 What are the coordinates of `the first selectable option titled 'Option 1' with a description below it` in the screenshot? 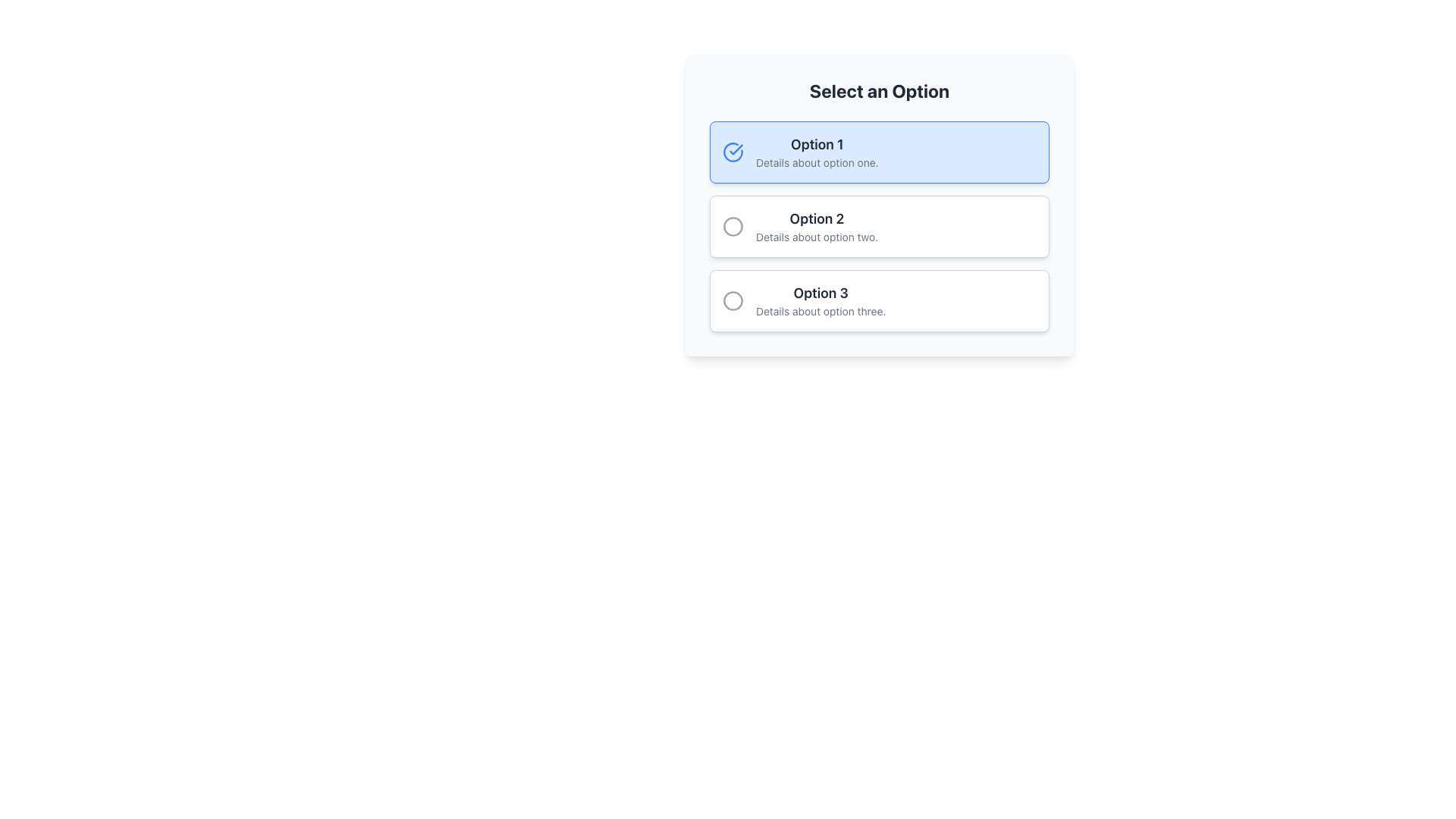 It's located at (816, 152).